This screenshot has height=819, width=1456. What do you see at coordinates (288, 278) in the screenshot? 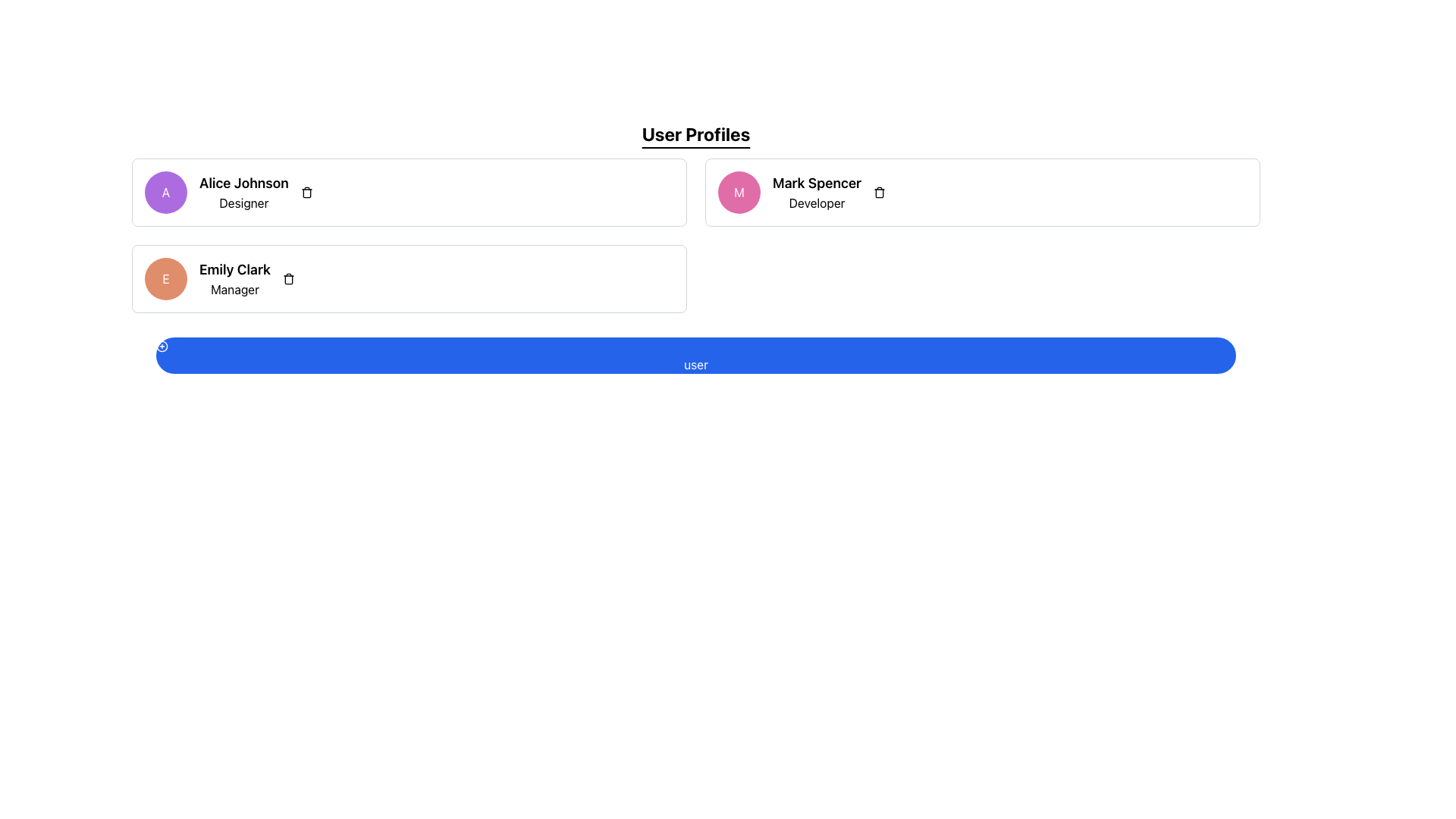
I see `the trash can icon adjacent to 'Emily Clark, Manager'` at bounding box center [288, 278].